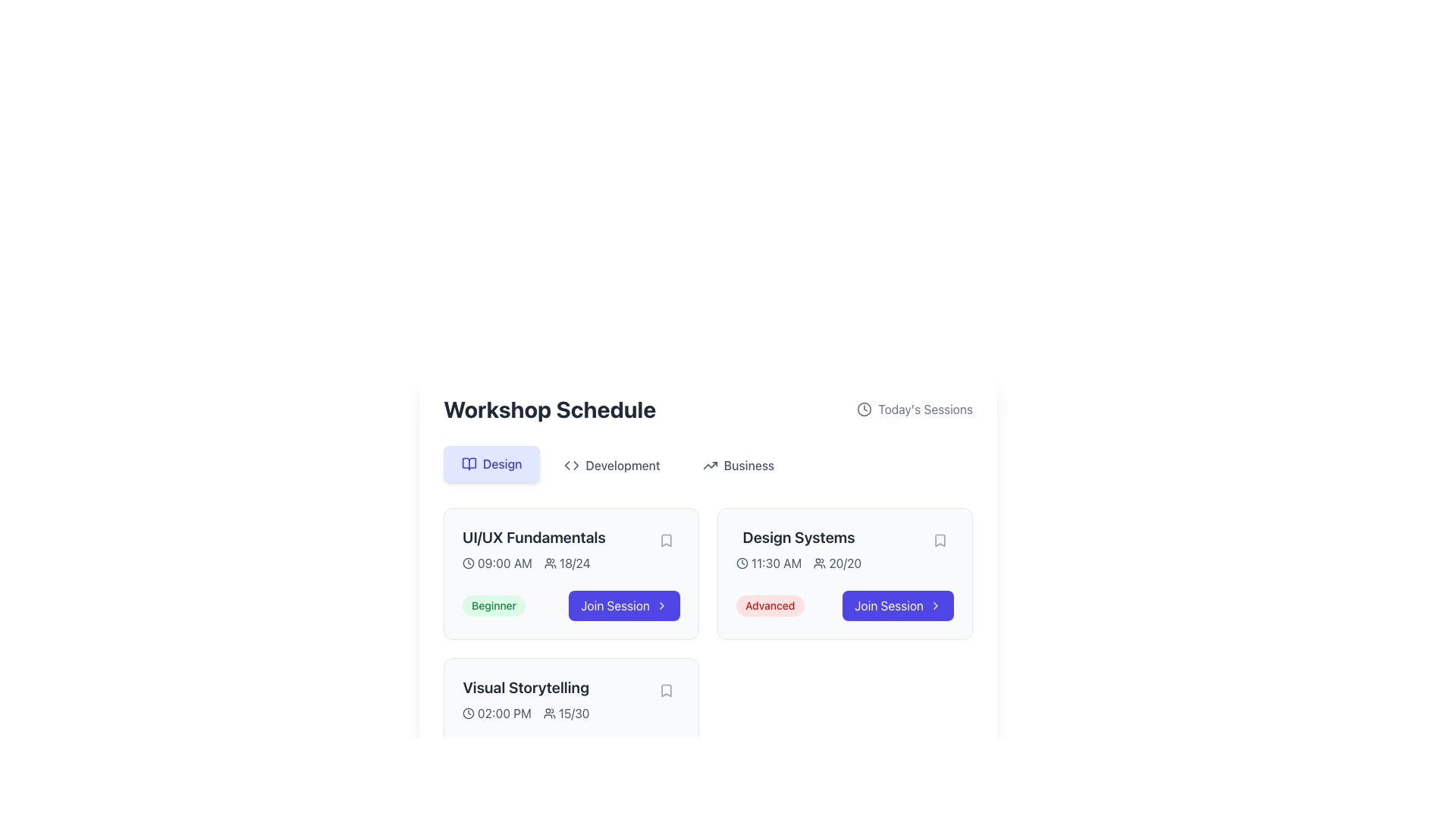 The width and height of the screenshot is (1456, 819). I want to click on the small group of people icon, which is a minimalist line-drawing style, located near the center-left area of the 'UI/UX Fundamentals' card in the 'Workshop Schedule' section, so click(549, 563).